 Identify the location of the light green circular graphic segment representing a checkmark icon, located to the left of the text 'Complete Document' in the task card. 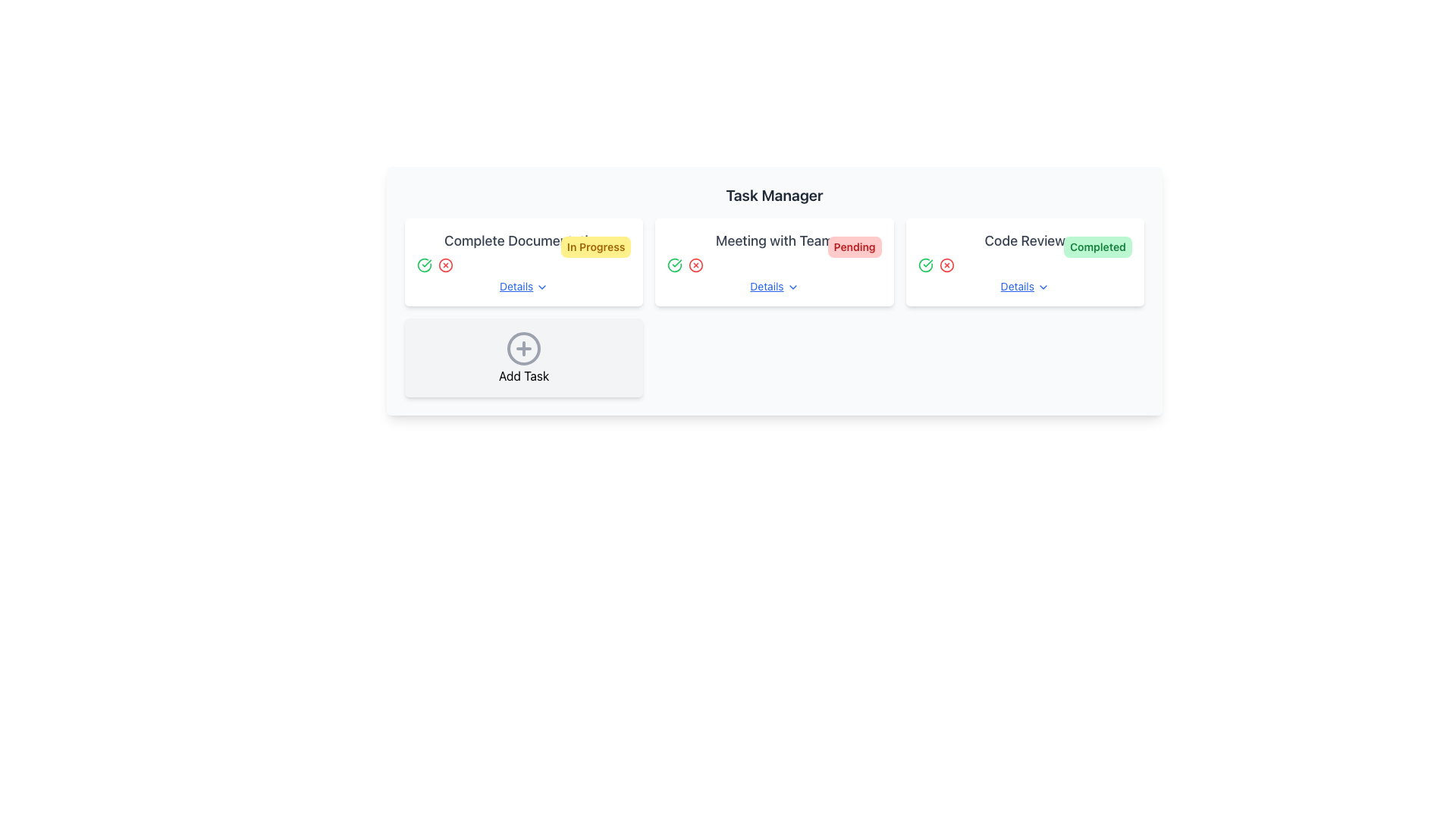
(425, 265).